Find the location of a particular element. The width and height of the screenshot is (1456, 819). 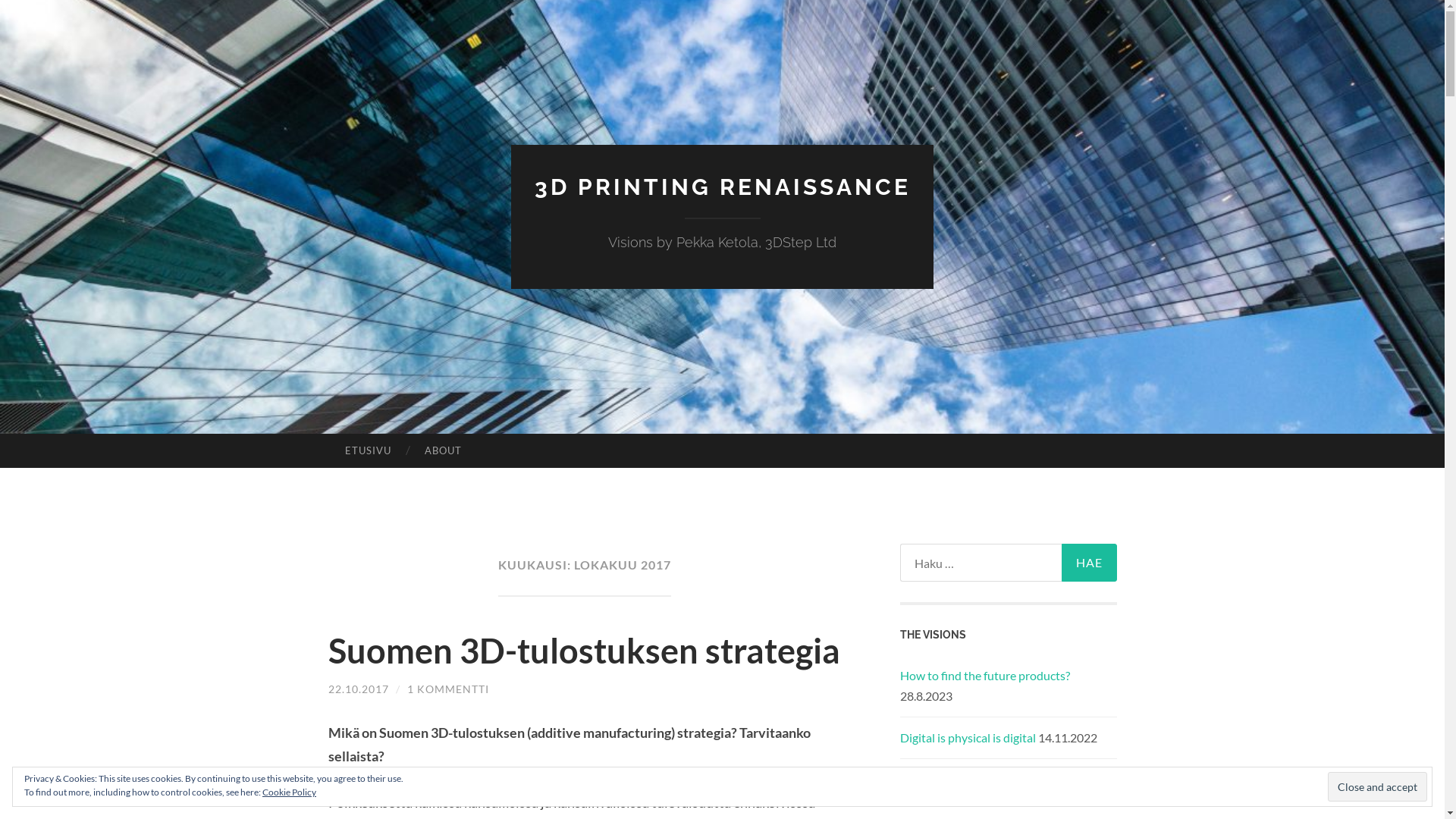

'3D PRINTING RENAISSANCE' is located at coordinates (720, 186).